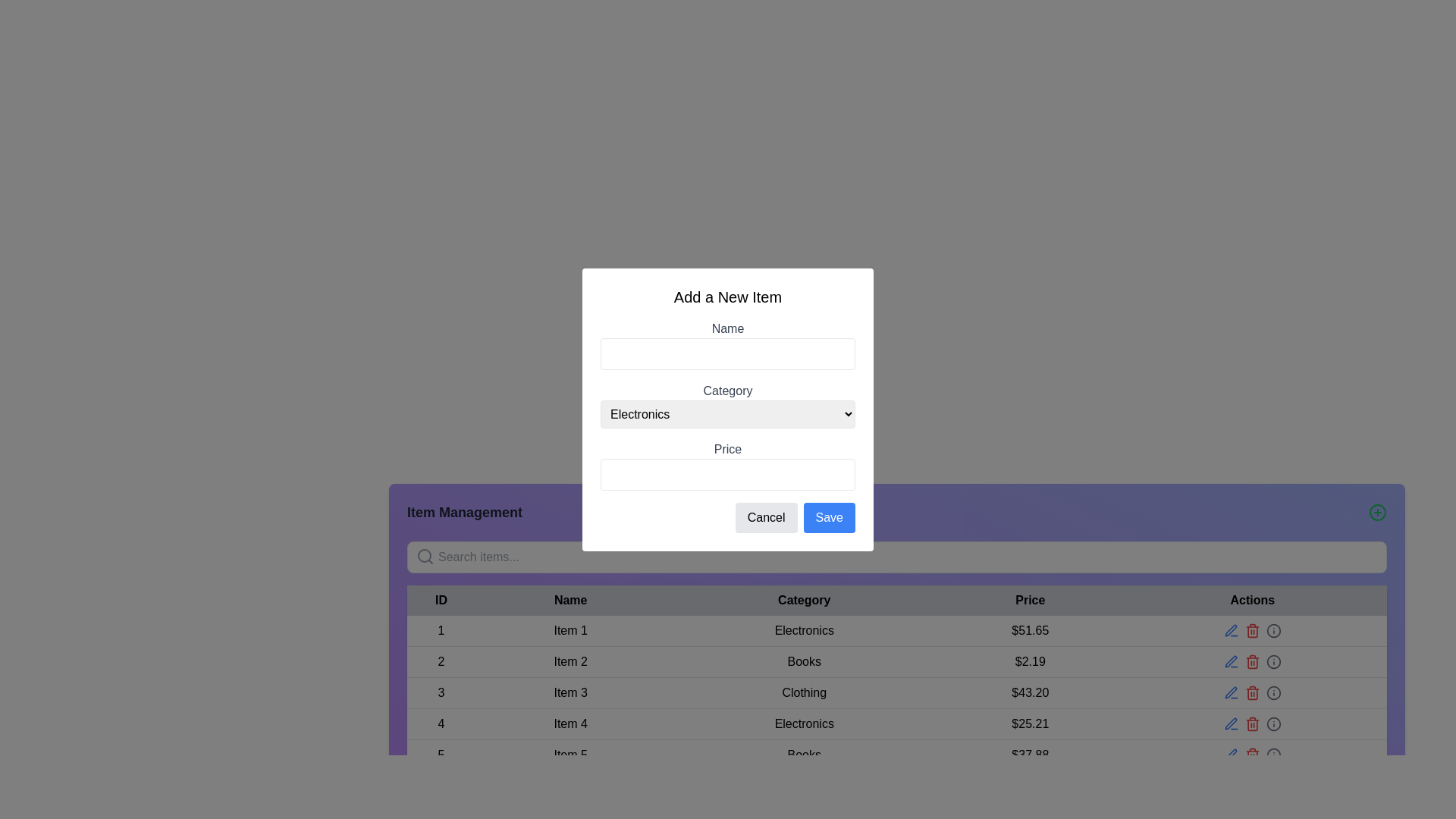  I want to click on the text label element displaying the price of the item in the third row of the table, which shows $43.20, so click(1030, 693).